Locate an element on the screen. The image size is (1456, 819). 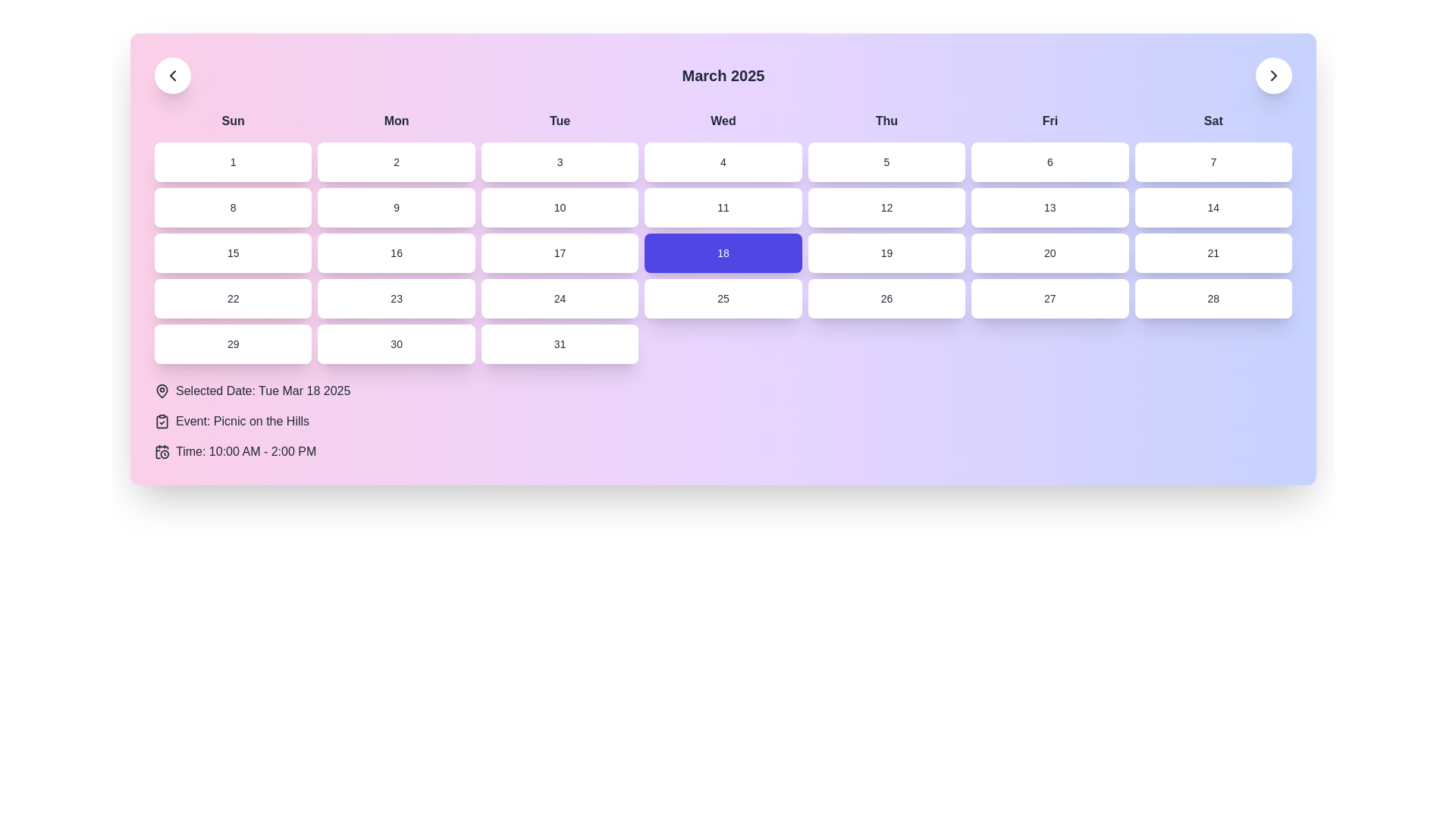
the button element displaying the number '6' in a calendar-style grid is located at coordinates (1049, 162).